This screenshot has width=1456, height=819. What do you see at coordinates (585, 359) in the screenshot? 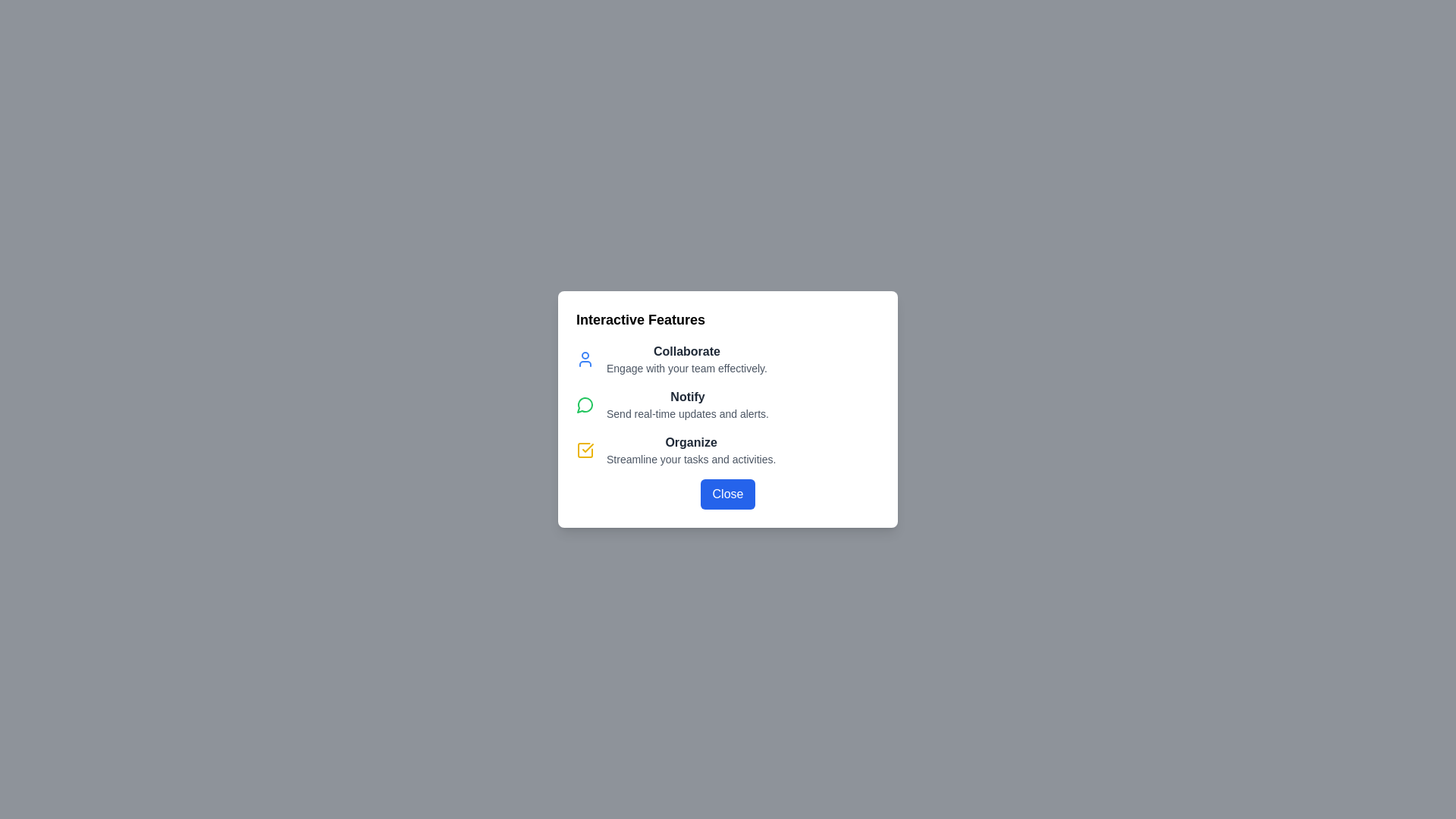
I see `the feature Collaborate to explore its content` at bounding box center [585, 359].